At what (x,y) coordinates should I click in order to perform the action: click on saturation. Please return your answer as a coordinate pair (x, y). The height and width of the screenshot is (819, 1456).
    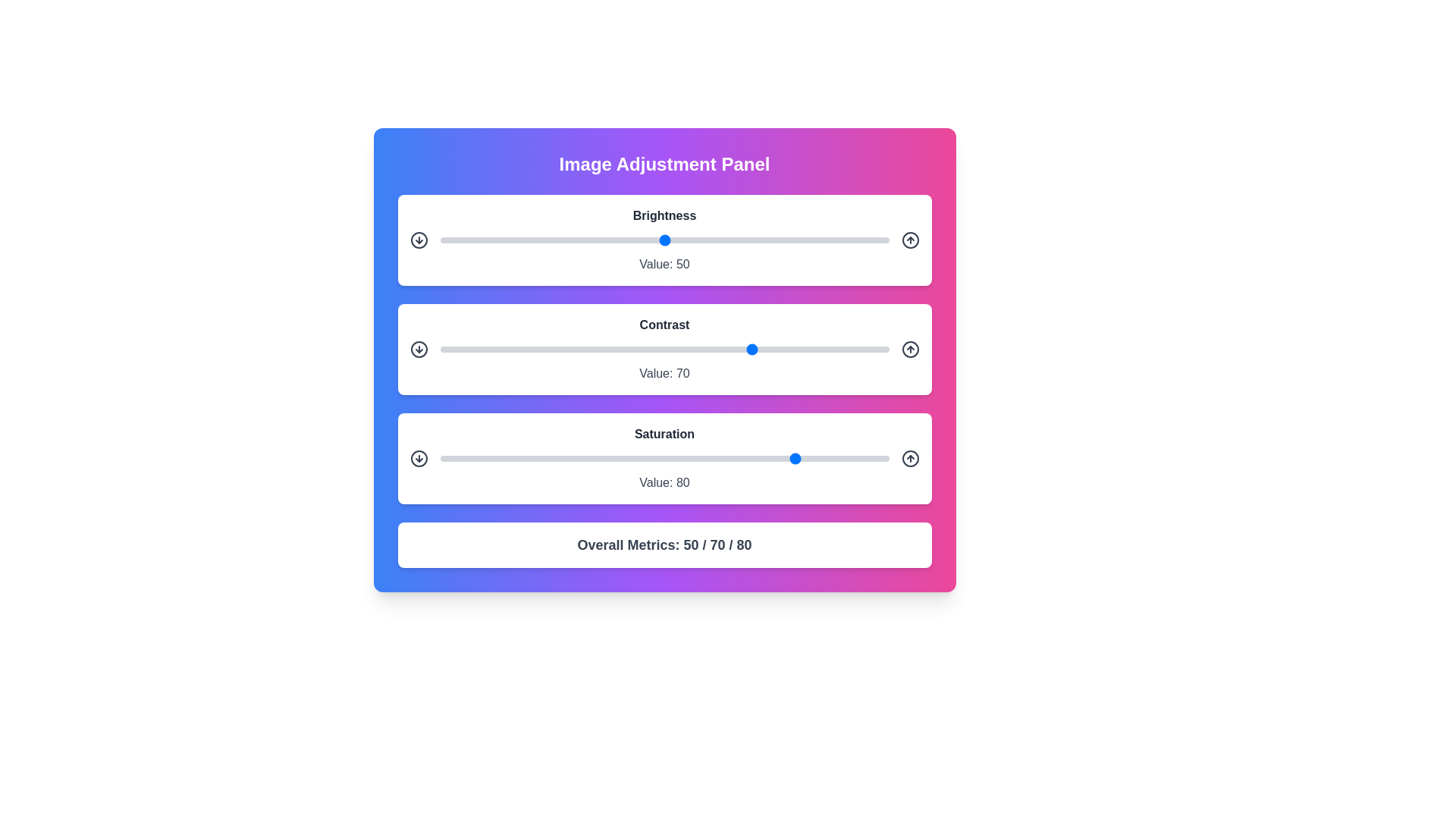
    Looking at the image, I should click on (803, 458).